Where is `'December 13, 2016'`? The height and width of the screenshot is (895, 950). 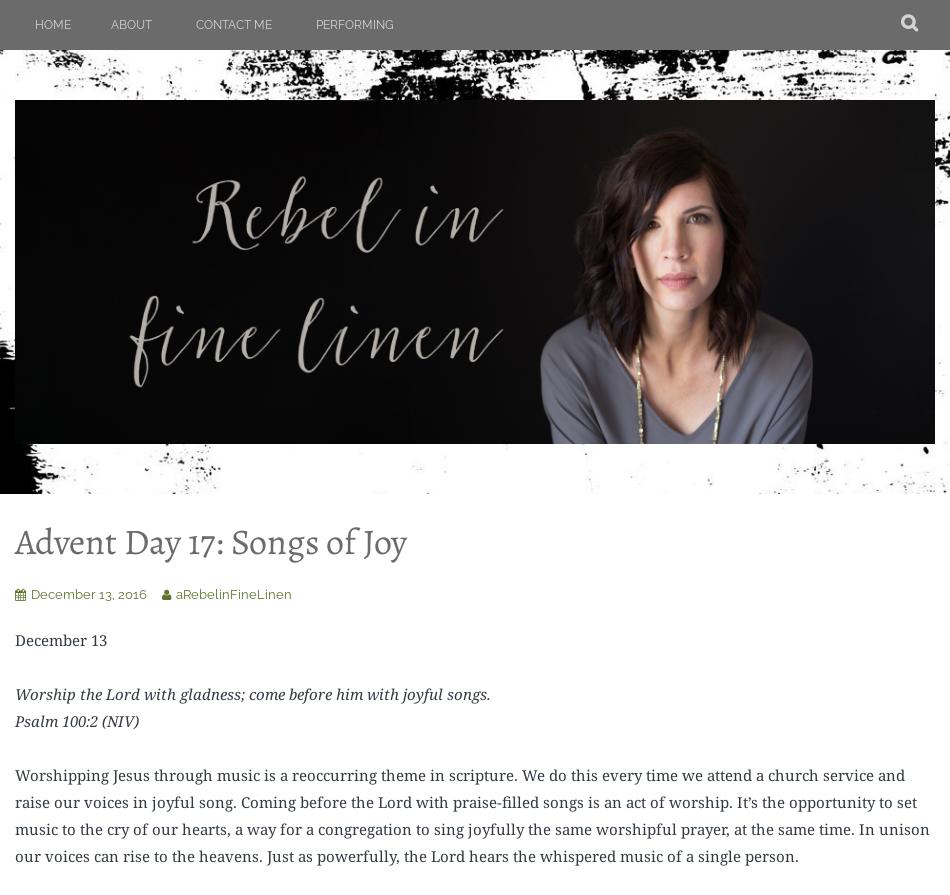
'December 13, 2016' is located at coordinates (89, 593).